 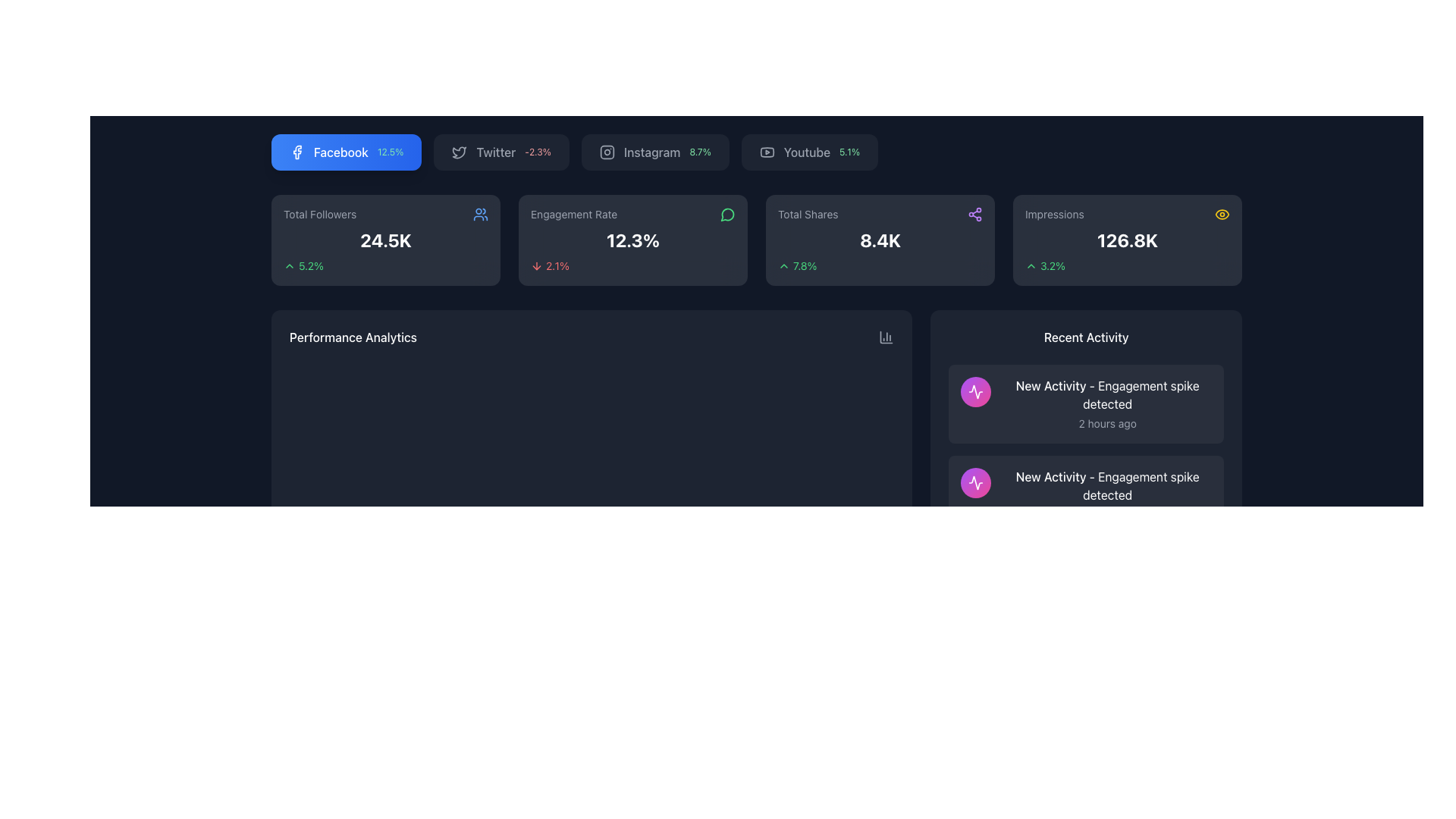 What do you see at coordinates (391, 152) in the screenshot?
I see `text displayed in the percentage data label associated with the 'Facebook' label, which is located to the right of the 'Facebook' button in the menu bar` at bounding box center [391, 152].